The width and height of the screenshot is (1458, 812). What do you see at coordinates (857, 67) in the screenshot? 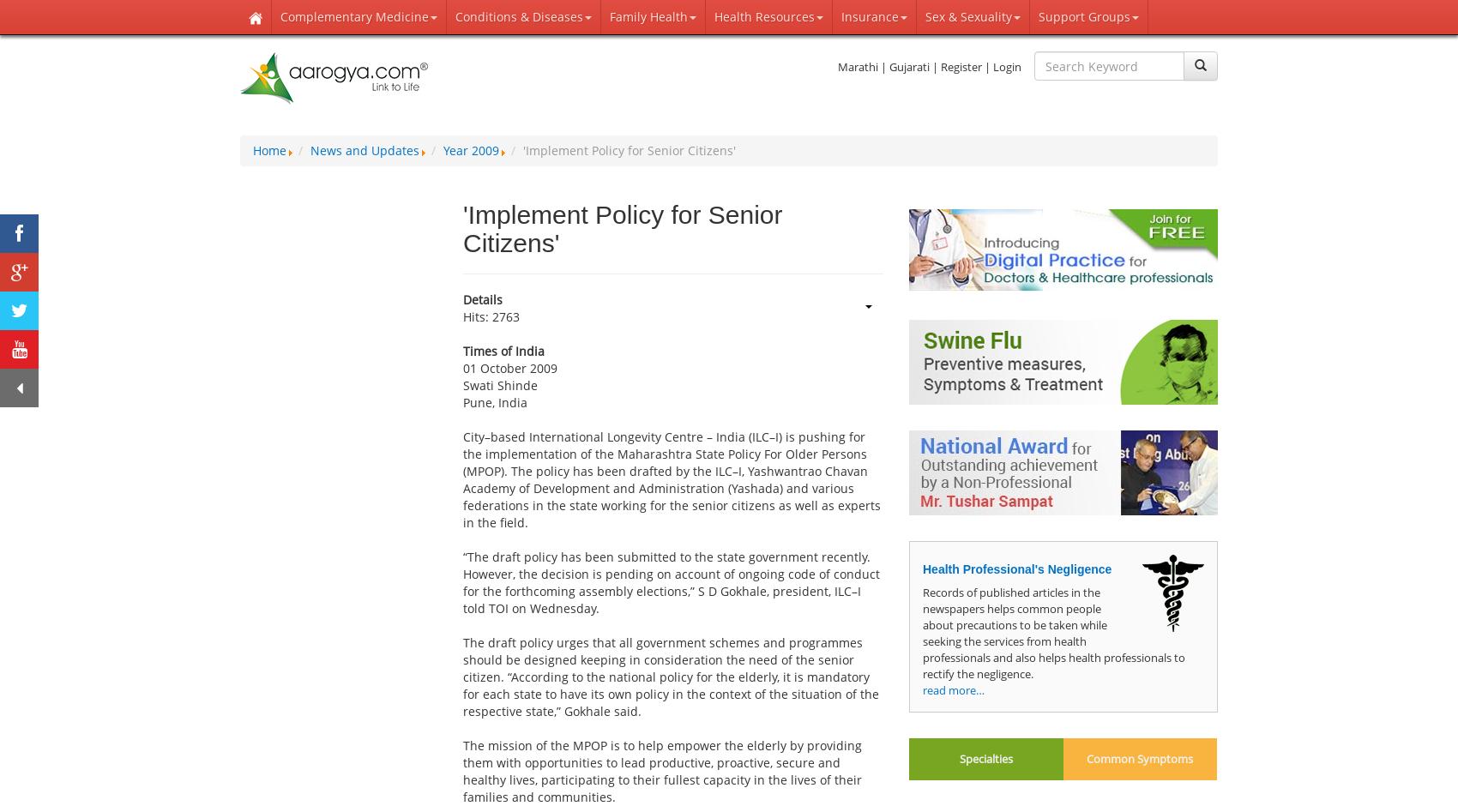
I see `'Marathi'` at bounding box center [857, 67].